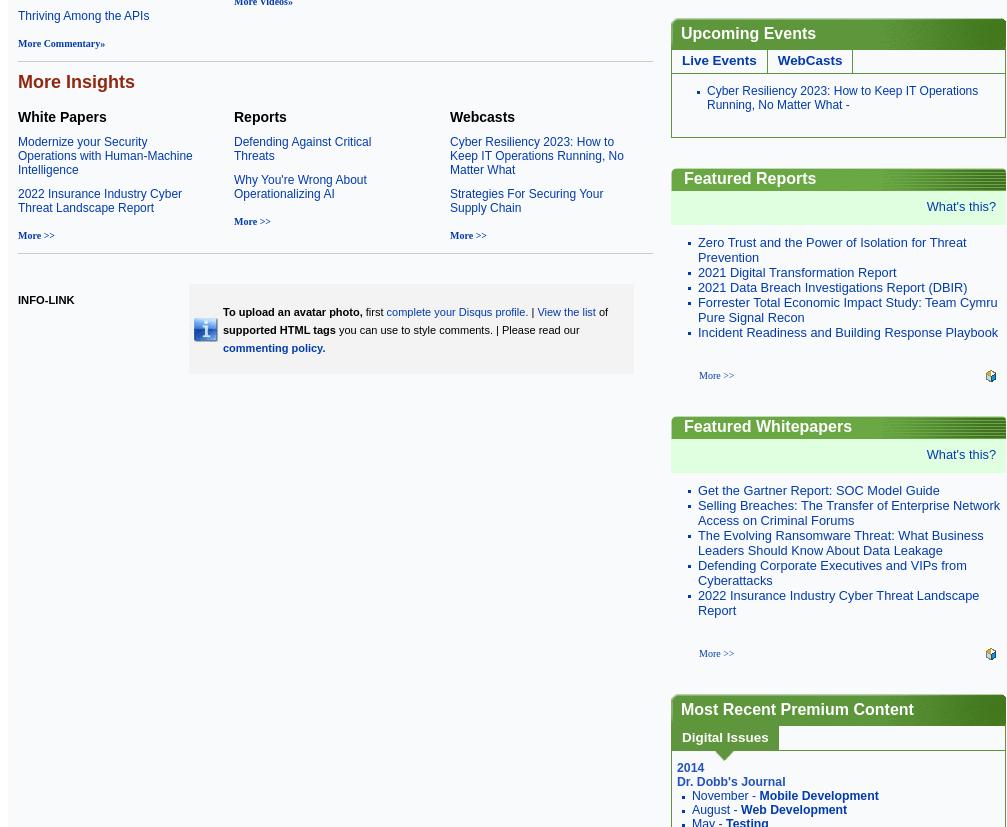 The height and width of the screenshot is (827, 1007). What do you see at coordinates (302, 149) in the screenshot?
I see `'Defending Against Critical Threats'` at bounding box center [302, 149].